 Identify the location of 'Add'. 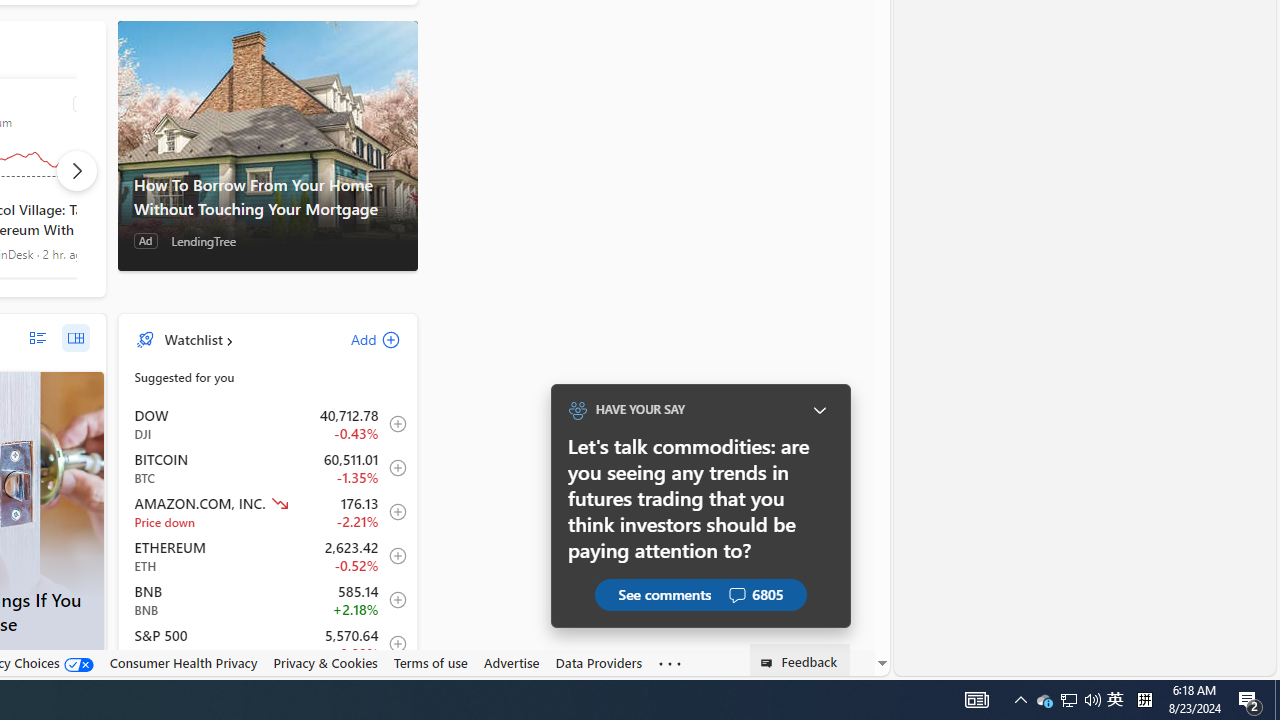
(359, 338).